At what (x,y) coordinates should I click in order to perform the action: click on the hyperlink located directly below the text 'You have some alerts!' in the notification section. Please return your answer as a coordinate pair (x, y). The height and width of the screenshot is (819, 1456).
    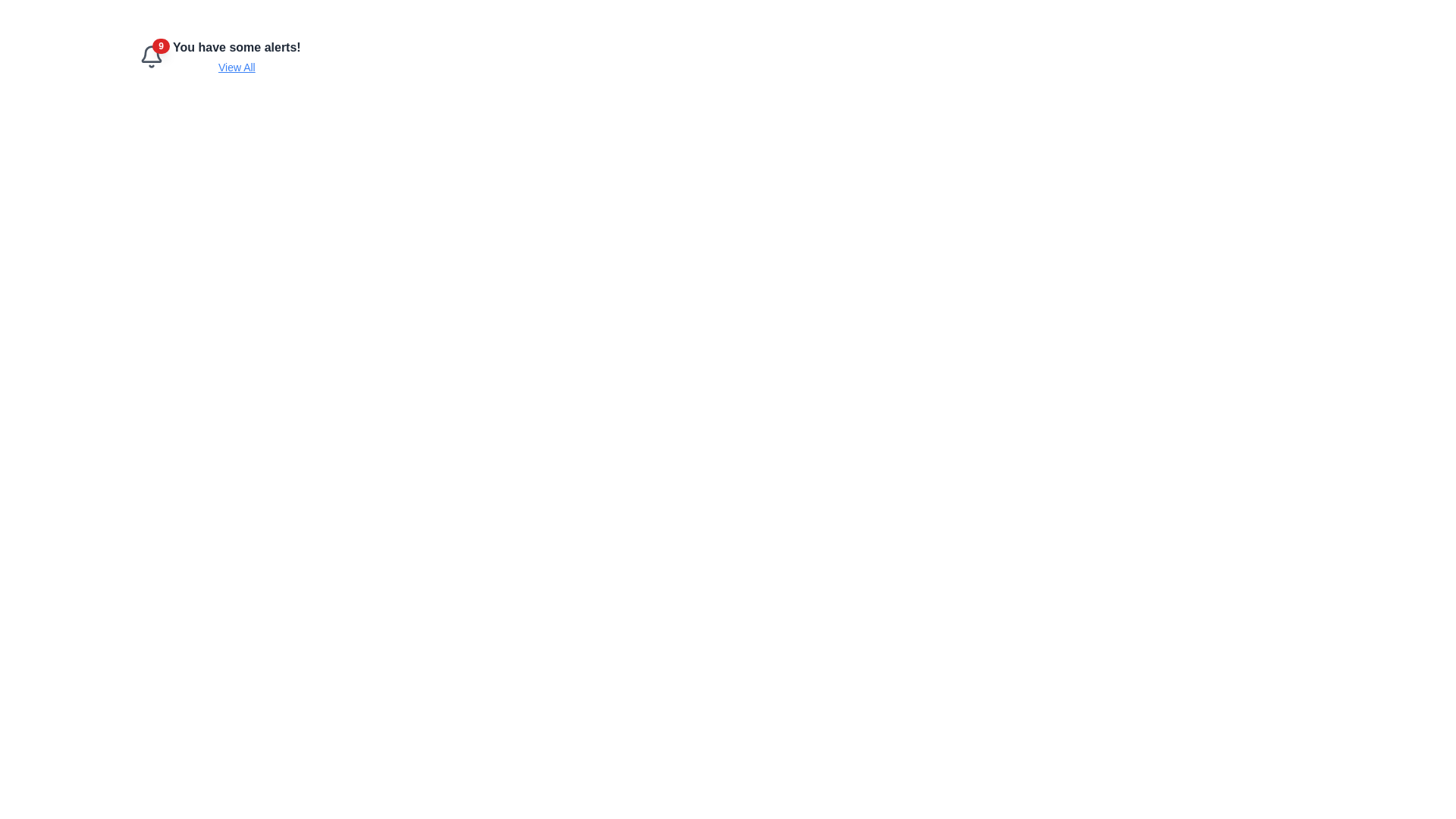
    Looking at the image, I should click on (236, 66).